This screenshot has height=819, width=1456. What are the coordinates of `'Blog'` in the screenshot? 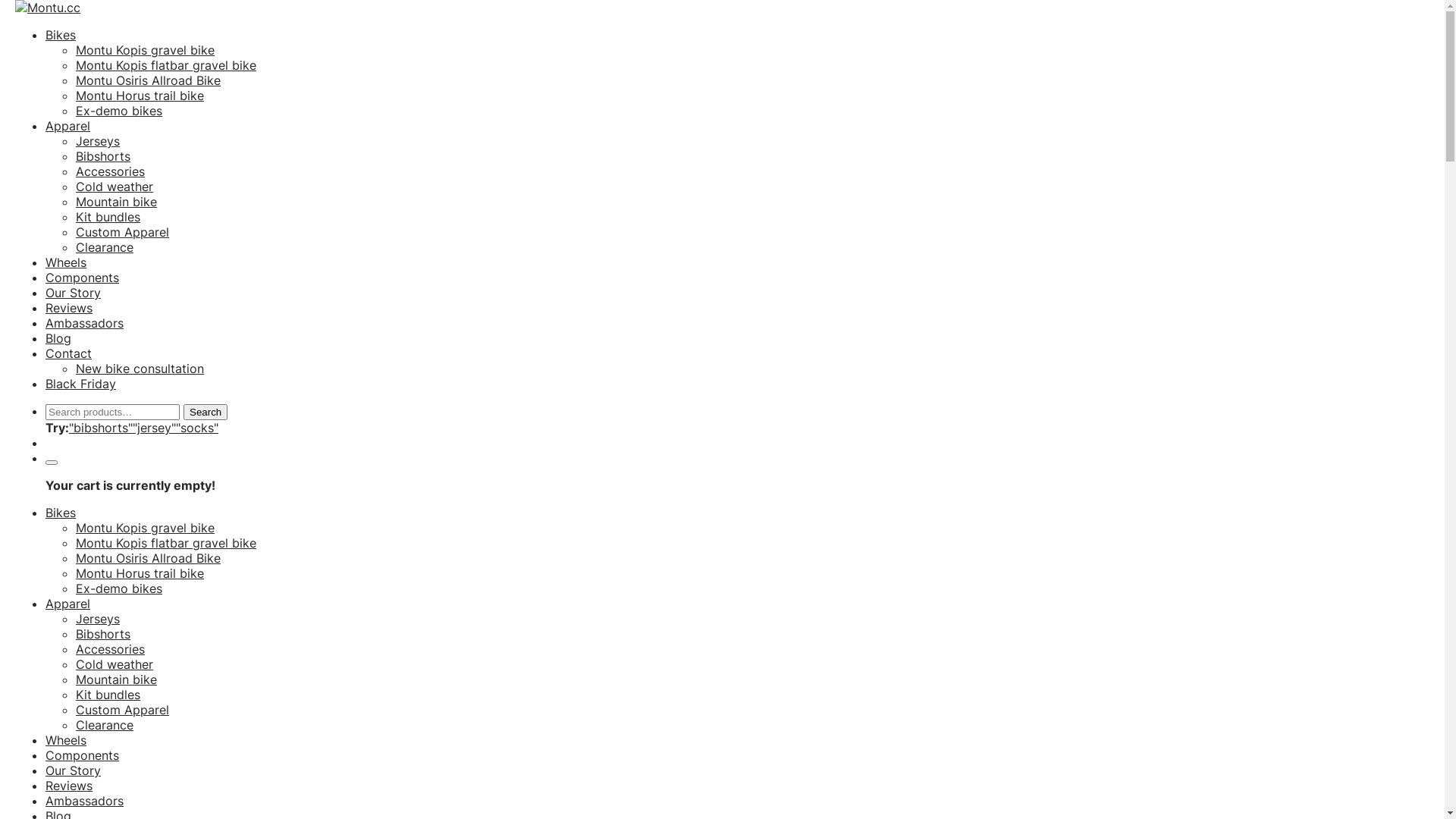 It's located at (45, 337).